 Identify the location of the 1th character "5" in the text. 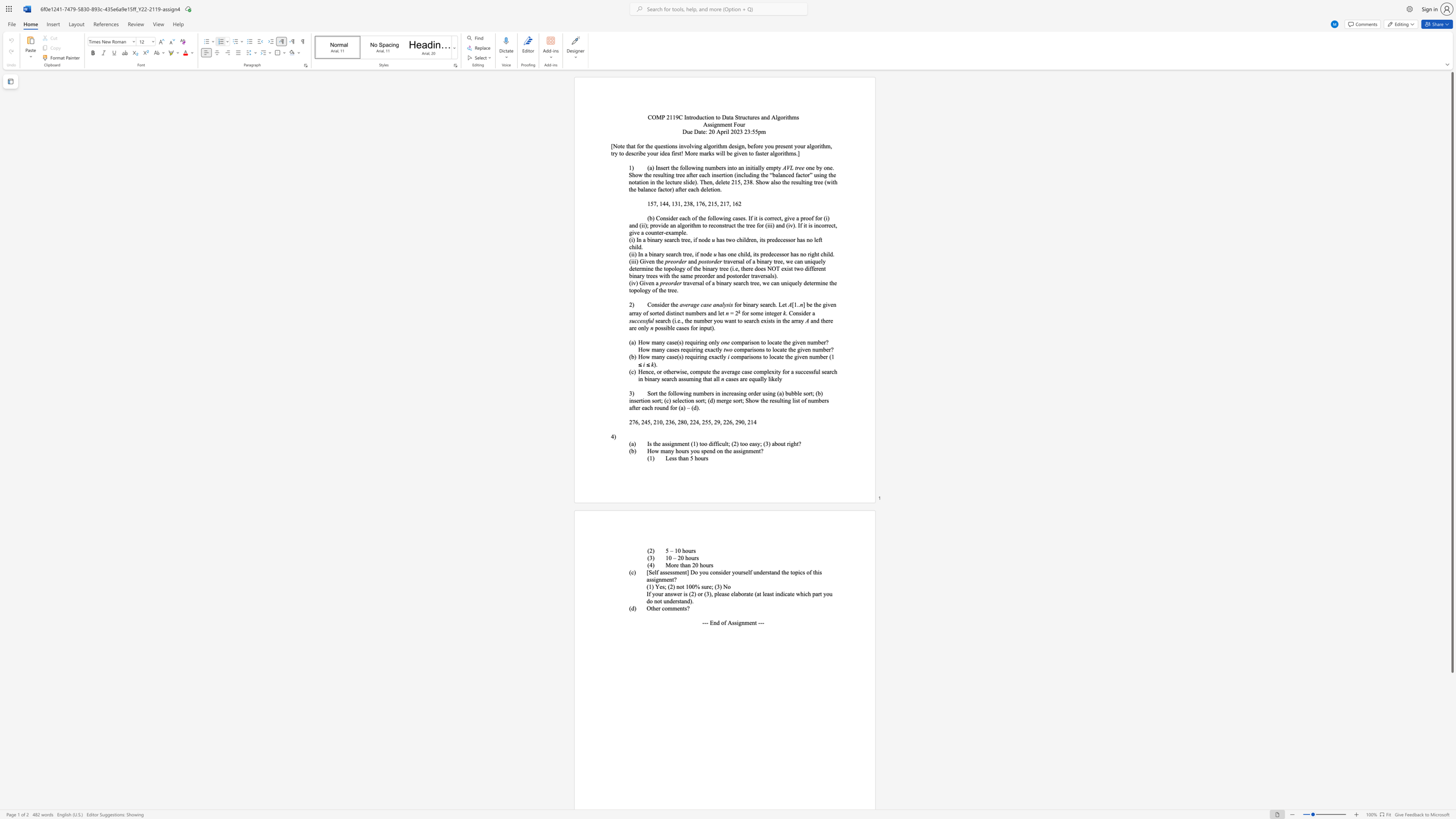
(691, 458).